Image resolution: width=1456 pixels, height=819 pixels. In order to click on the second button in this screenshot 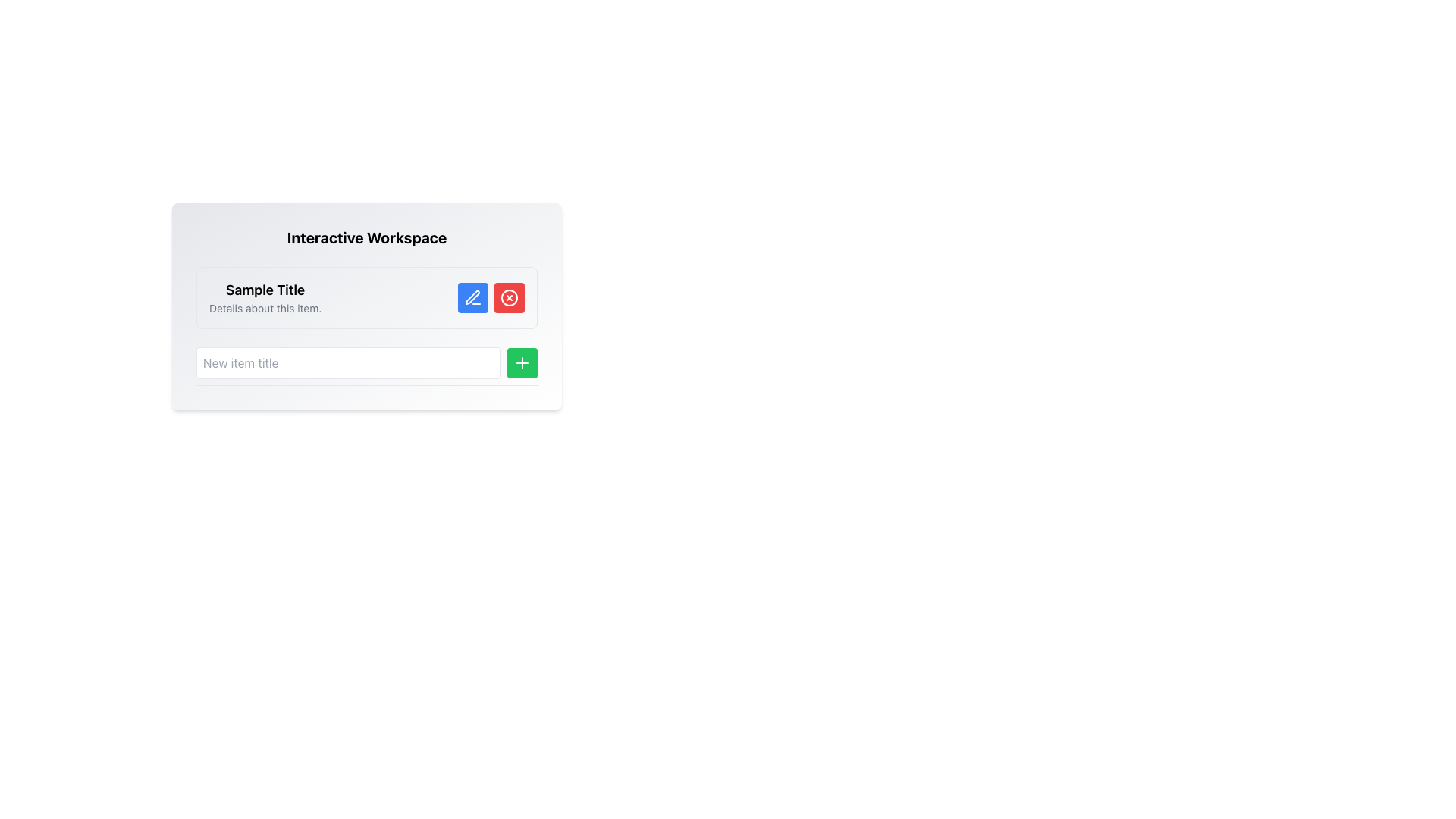, I will do `click(510, 298)`.